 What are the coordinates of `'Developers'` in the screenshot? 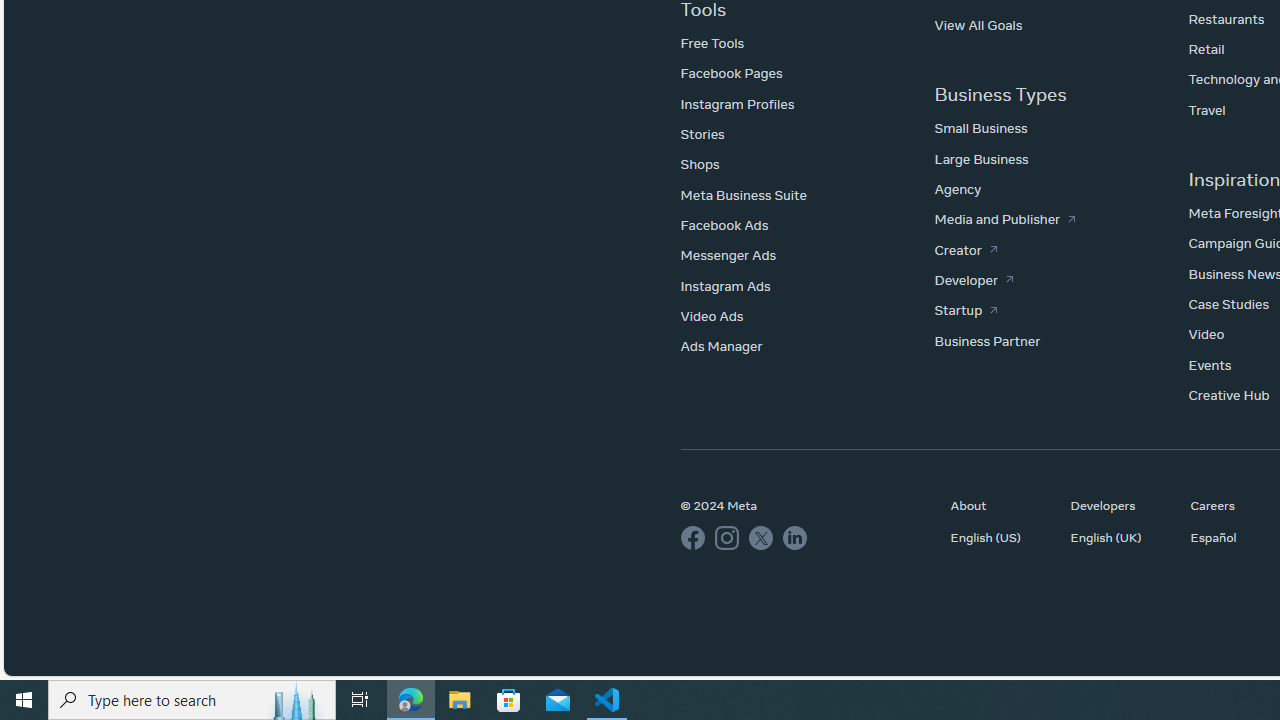 It's located at (1120, 504).